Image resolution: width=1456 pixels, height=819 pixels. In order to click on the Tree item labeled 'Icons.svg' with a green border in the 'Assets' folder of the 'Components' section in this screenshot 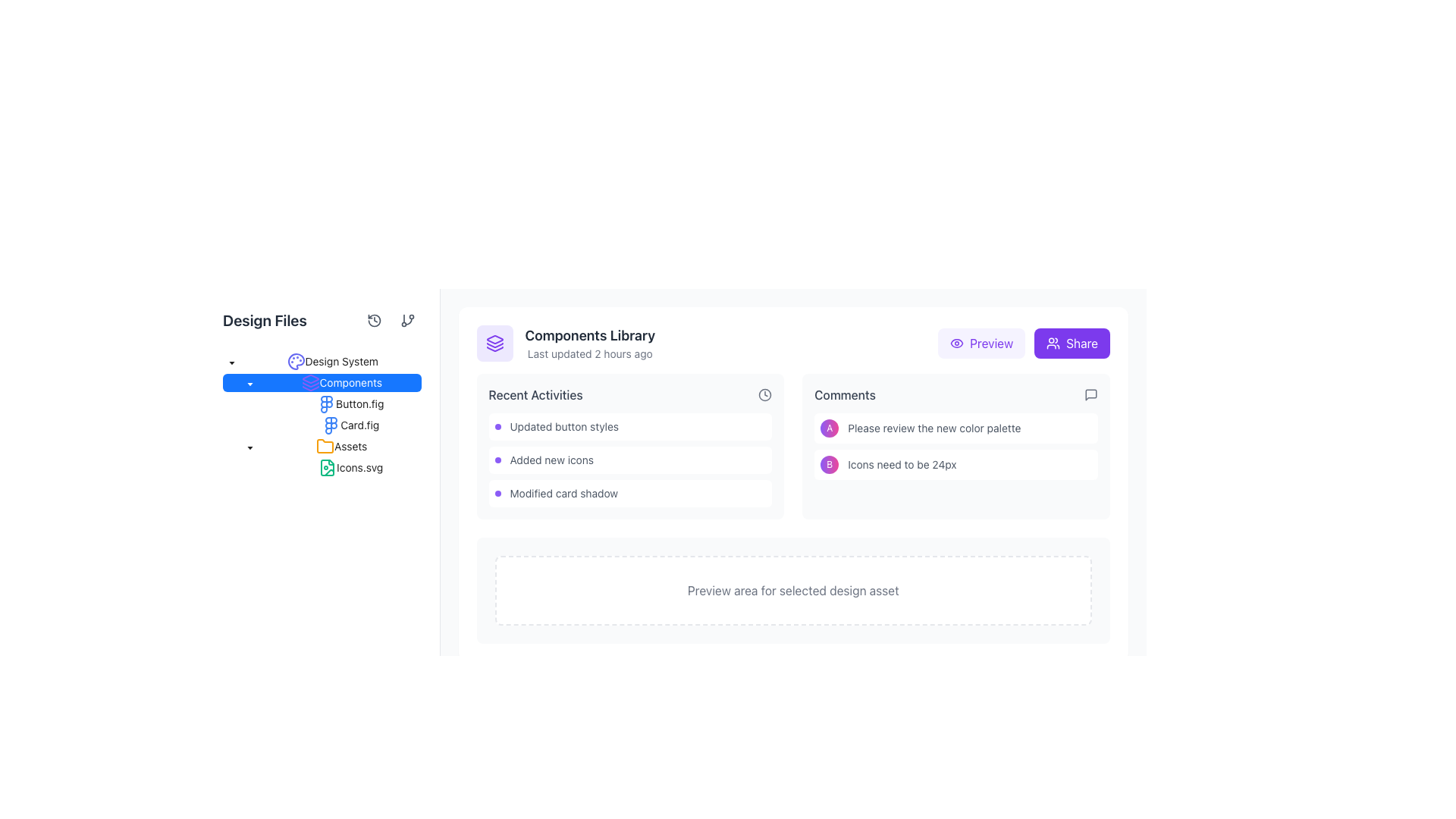, I will do `click(321, 467)`.